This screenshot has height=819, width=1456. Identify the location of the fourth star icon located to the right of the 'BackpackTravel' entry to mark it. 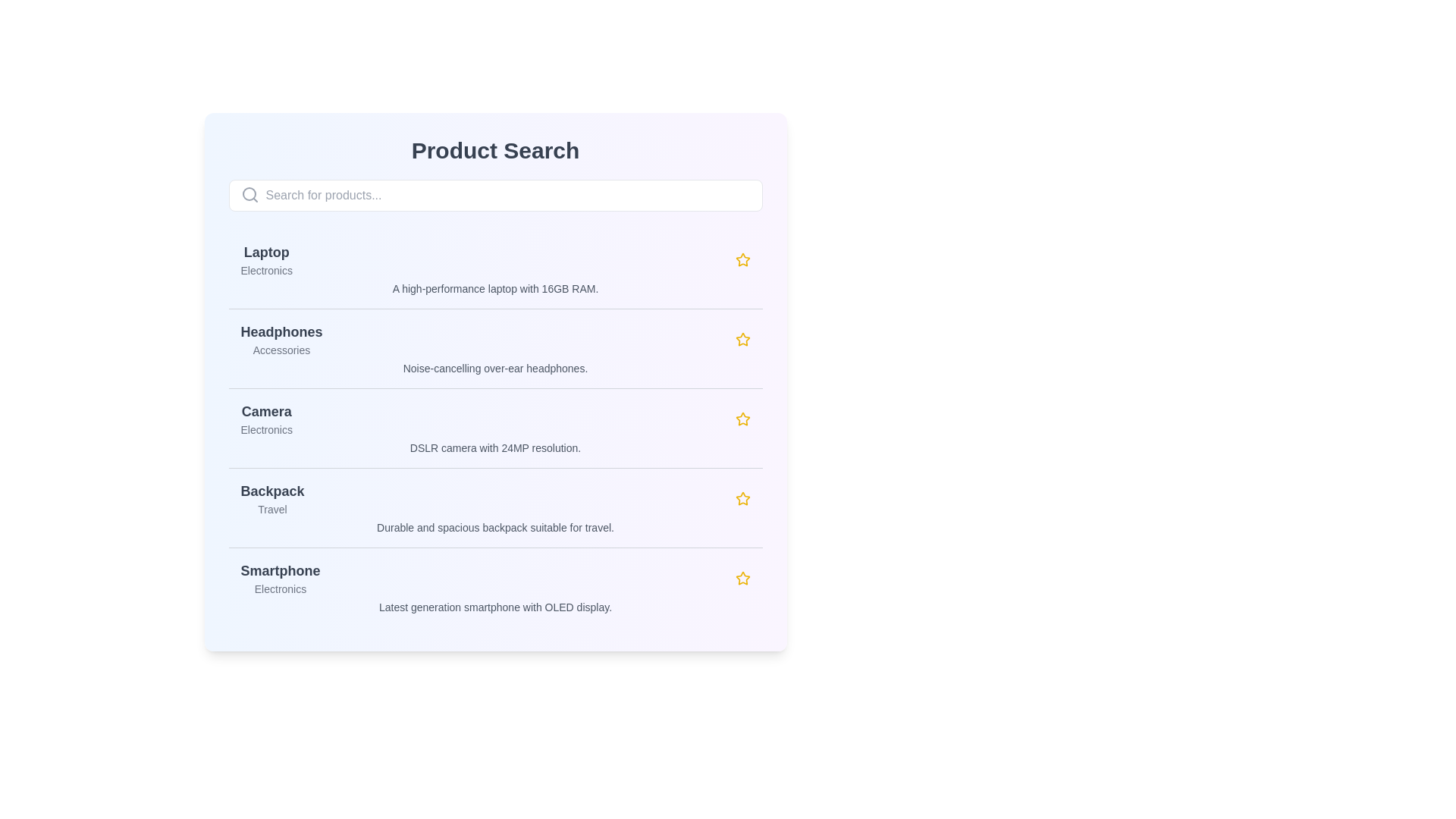
(742, 499).